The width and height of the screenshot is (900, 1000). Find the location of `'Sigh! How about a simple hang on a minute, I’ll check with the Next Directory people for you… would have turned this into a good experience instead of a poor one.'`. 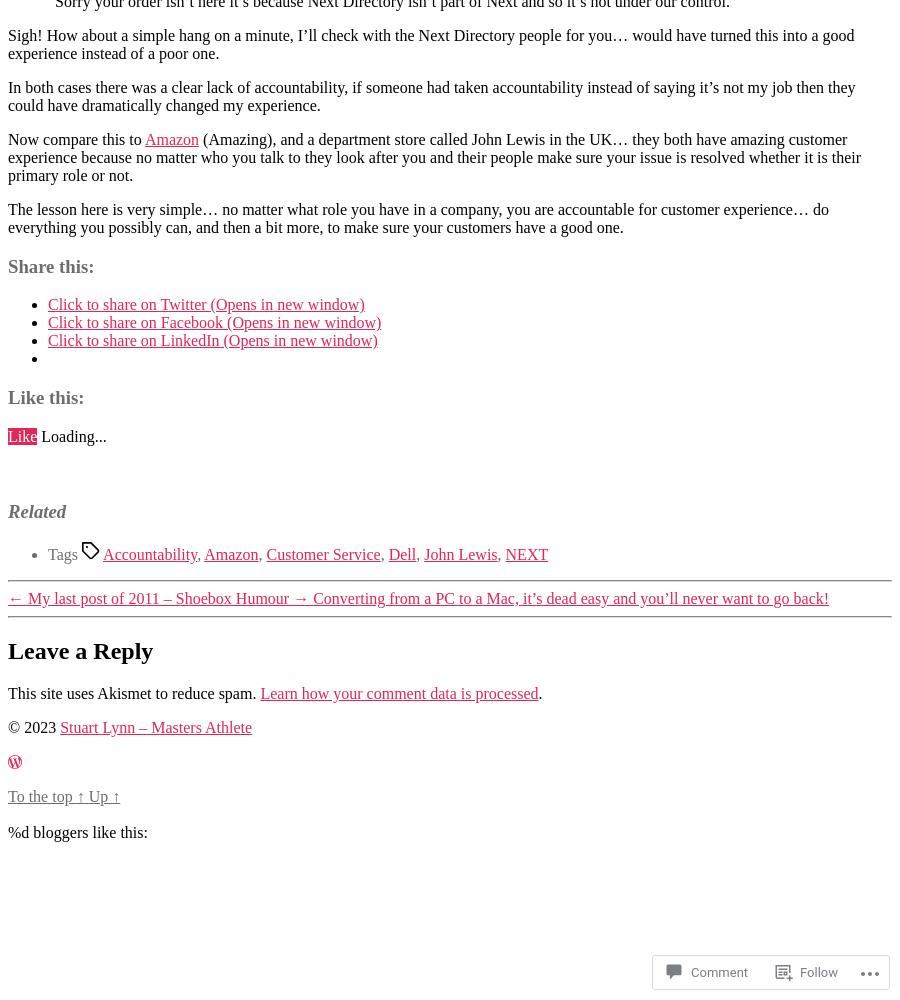

'Sigh! How about a simple hang on a minute, I’ll check with the Next Directory people for you… would have turned this into a good experience instead of a poor one.' is located at coordinates (431, 43).